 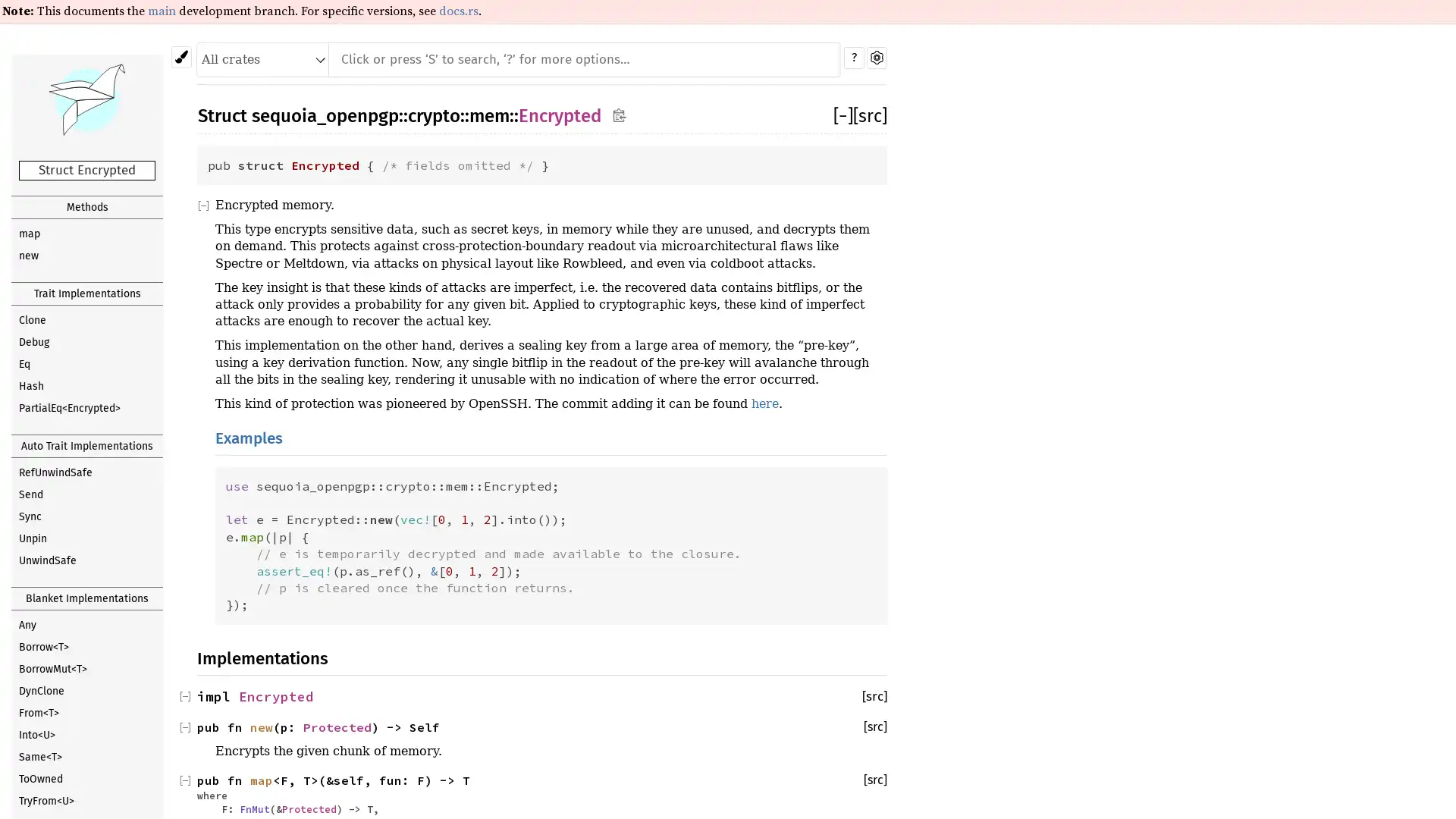 What do you see at coordinates (619, 116) in the screenshot?
I see `Copy item path` at bounding box center [619, 116].